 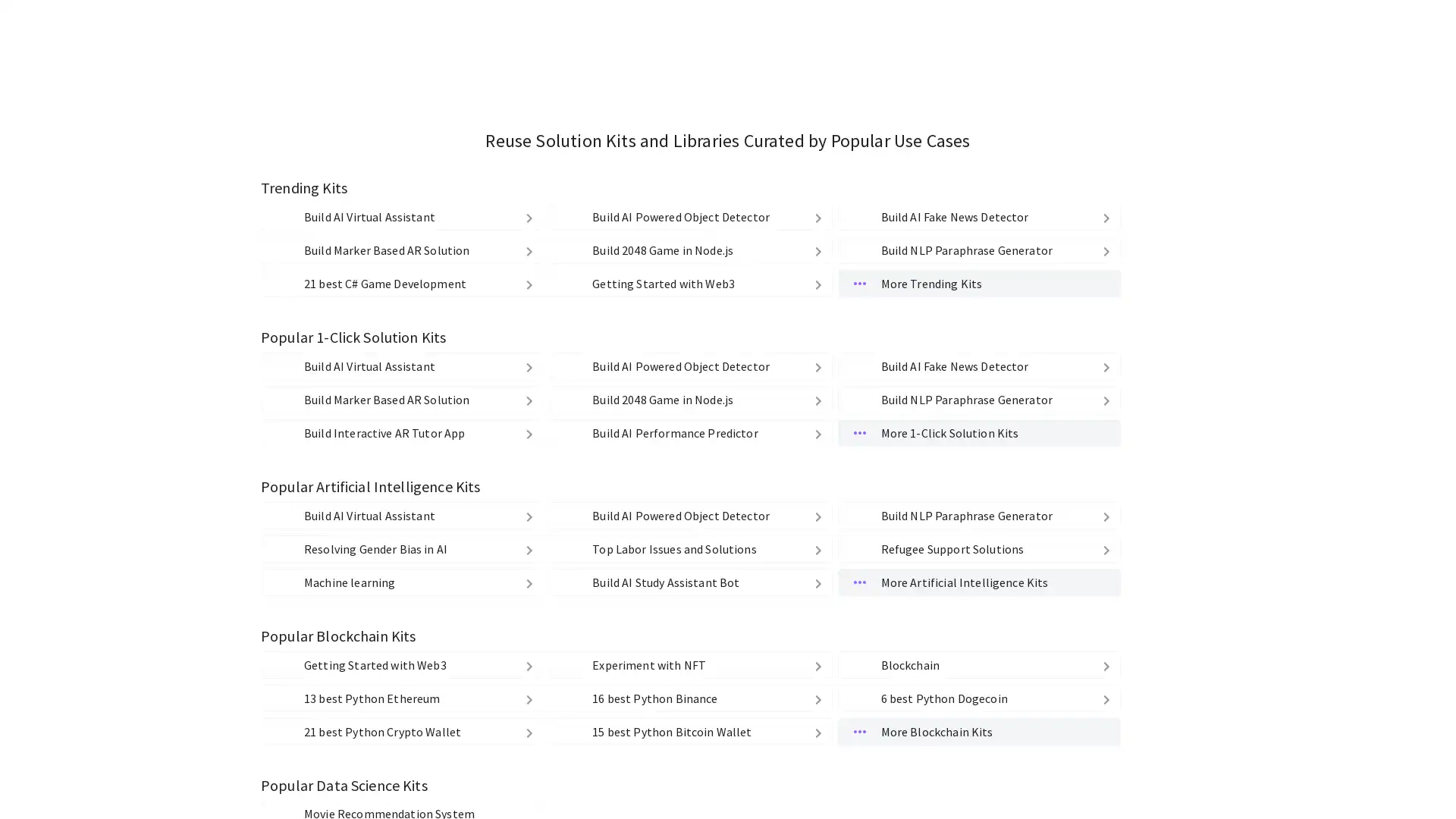 What do you see at coordinates (529, 598) in the screenshot?
I see `delete` at bounding box center [529, 598].